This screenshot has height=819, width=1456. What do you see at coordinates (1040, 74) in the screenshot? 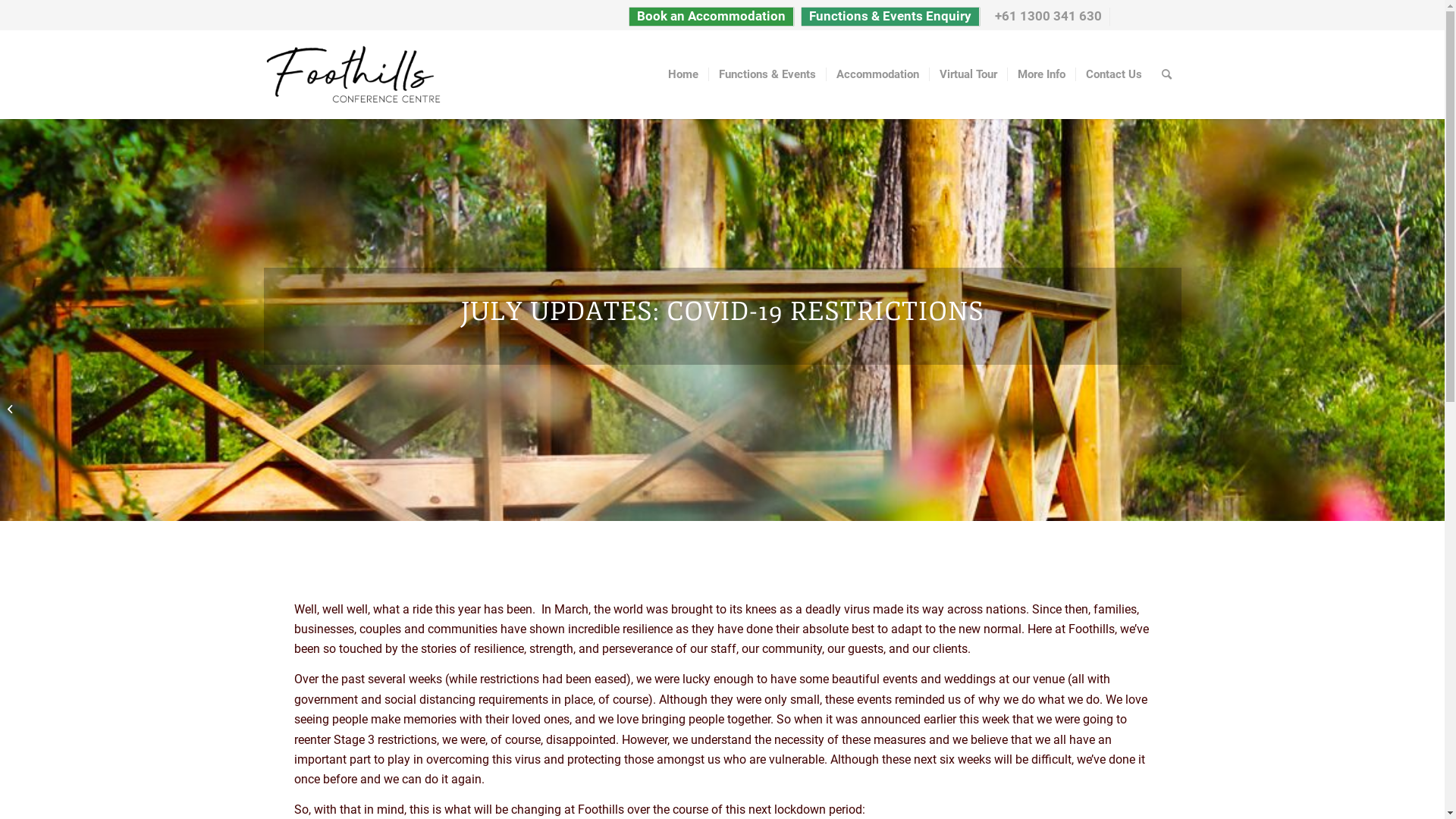
I see `'More Info'` at bounding box center [1040, 74].